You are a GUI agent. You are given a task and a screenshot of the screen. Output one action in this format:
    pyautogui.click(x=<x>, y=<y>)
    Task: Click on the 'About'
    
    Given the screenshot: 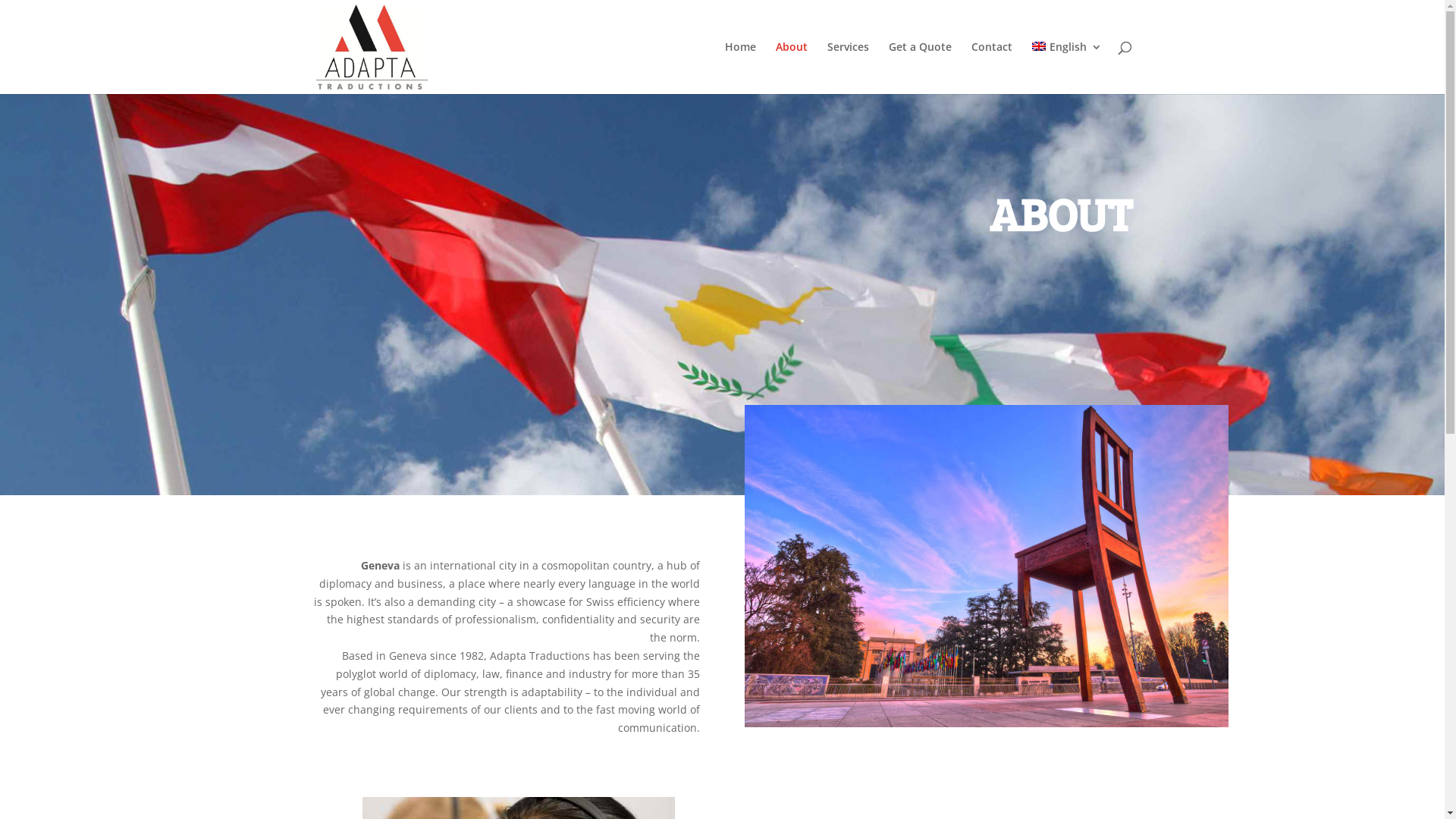 What is the action you would take?
    pyautogui.click(x=790, y=67)
    